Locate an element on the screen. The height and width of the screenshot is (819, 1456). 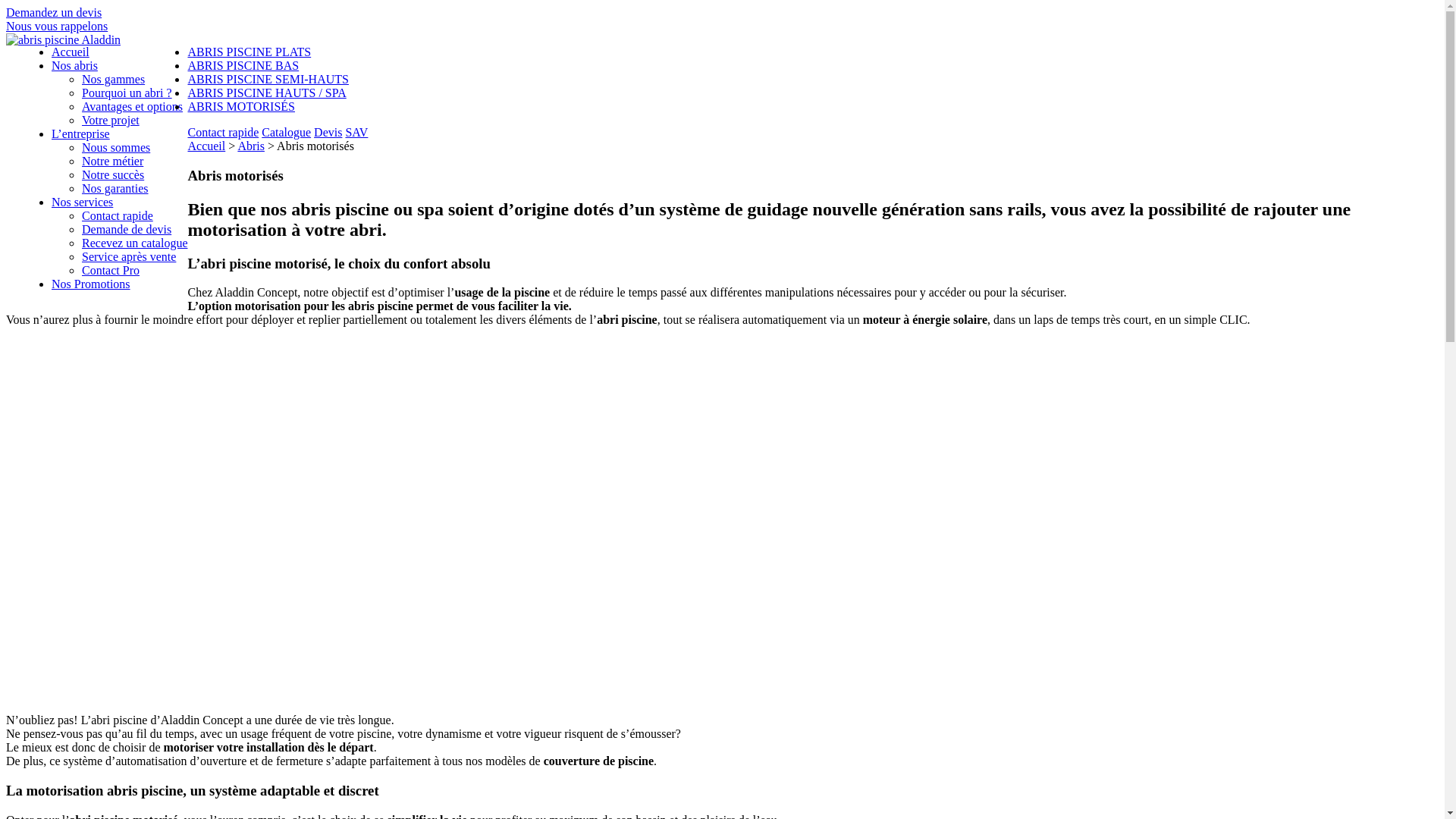
'ABRIS PISCINE SEMI-HAUTS' is located at coordinates (186, 79).